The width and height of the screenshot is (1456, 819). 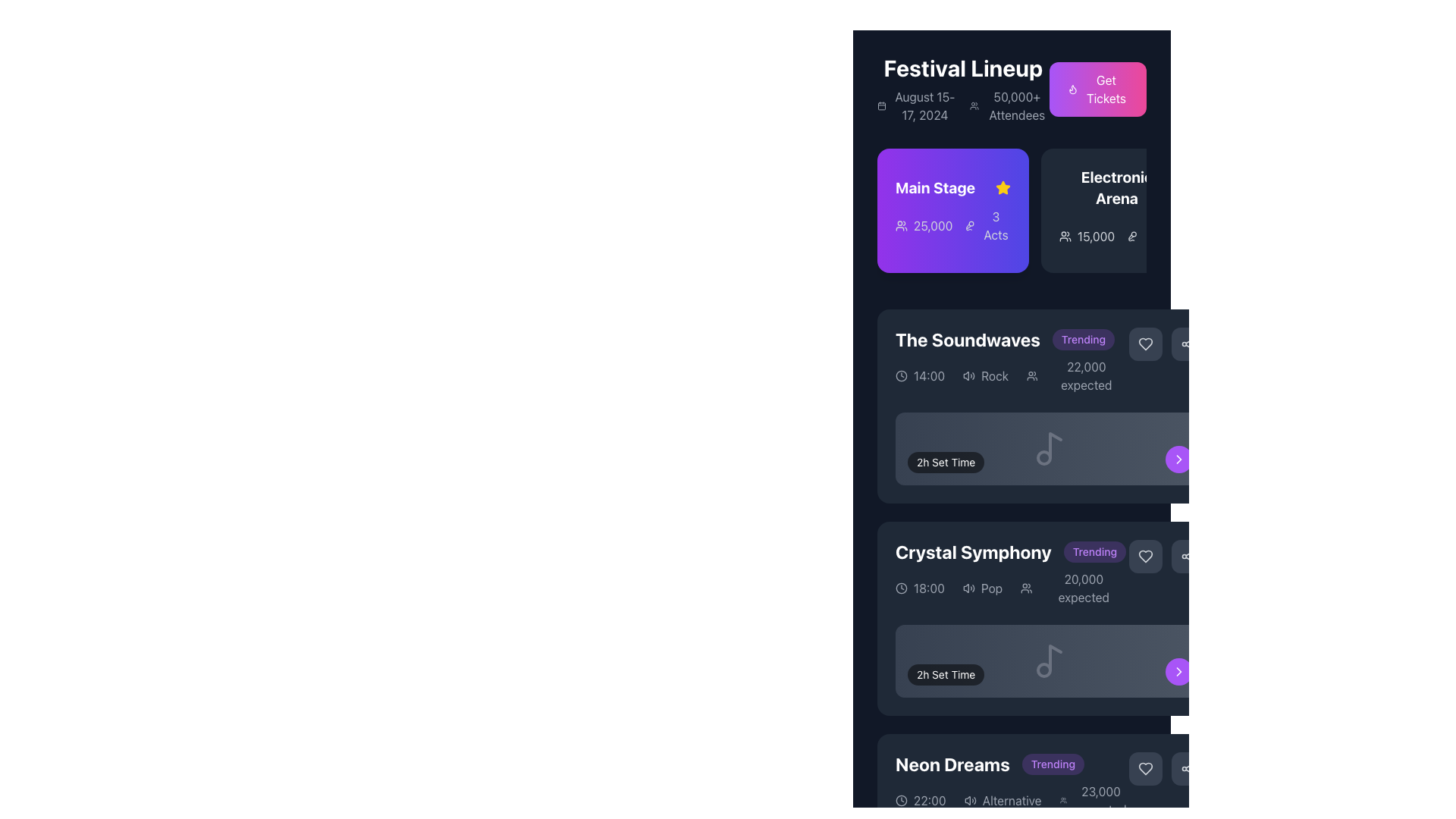 What do you see at coordinates (902, 375) in the screenshot?
I see `the clock icon with a circular border and modern thin-line design, located to the left of the label displaying '14:00' in the 'The Soundwaves' section of the dark-themed interface` at bounding box center [902, 375].